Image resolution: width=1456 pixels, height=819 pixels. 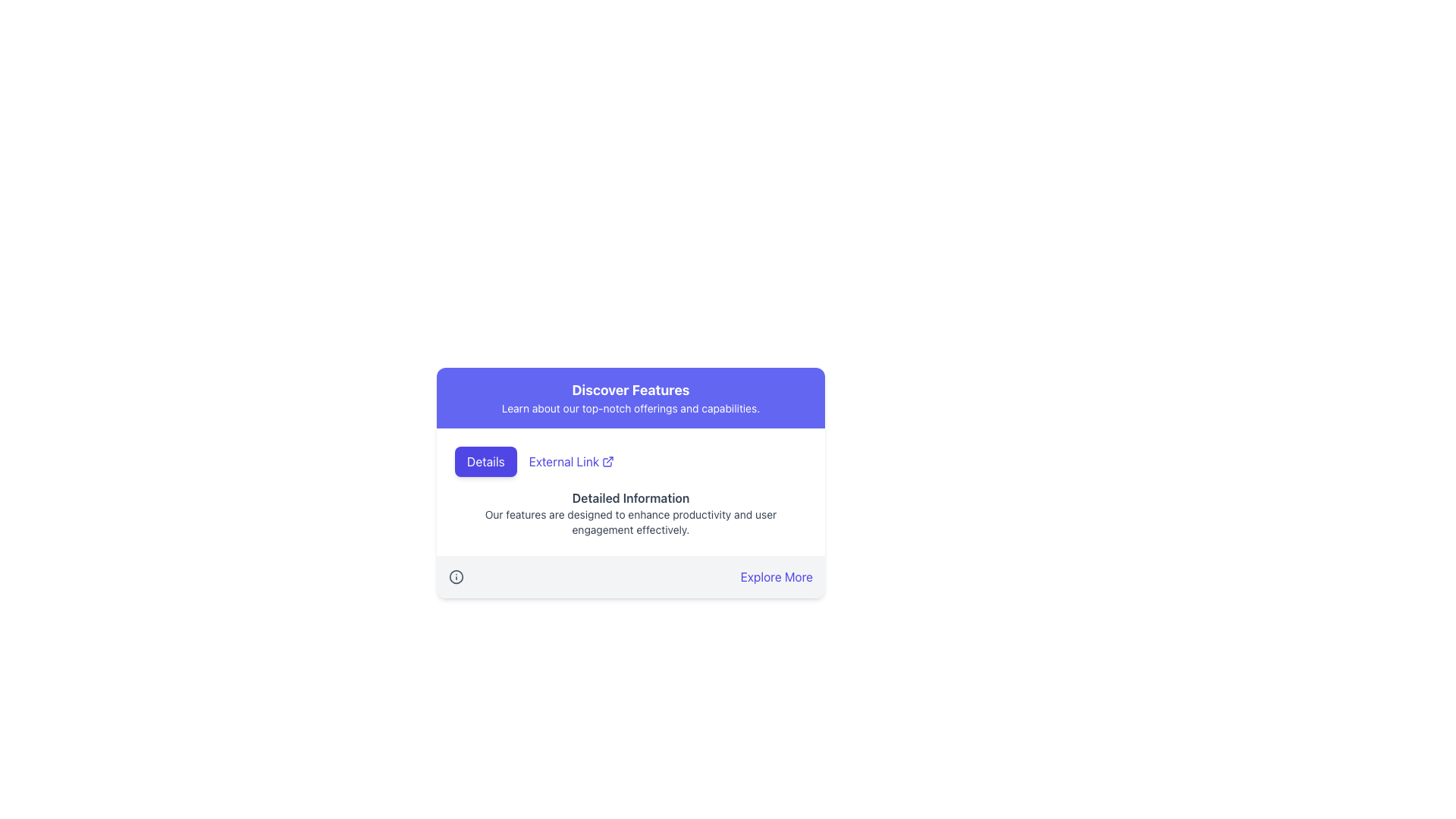 What do you see at coordinates (630, 397) in the screenshot?
I see `the Section Header with the title 'Discover Features' and descriptive text 'Learn about our top-notch offerings and capabilities' to scroll into view` at bounding box center [630, 397].